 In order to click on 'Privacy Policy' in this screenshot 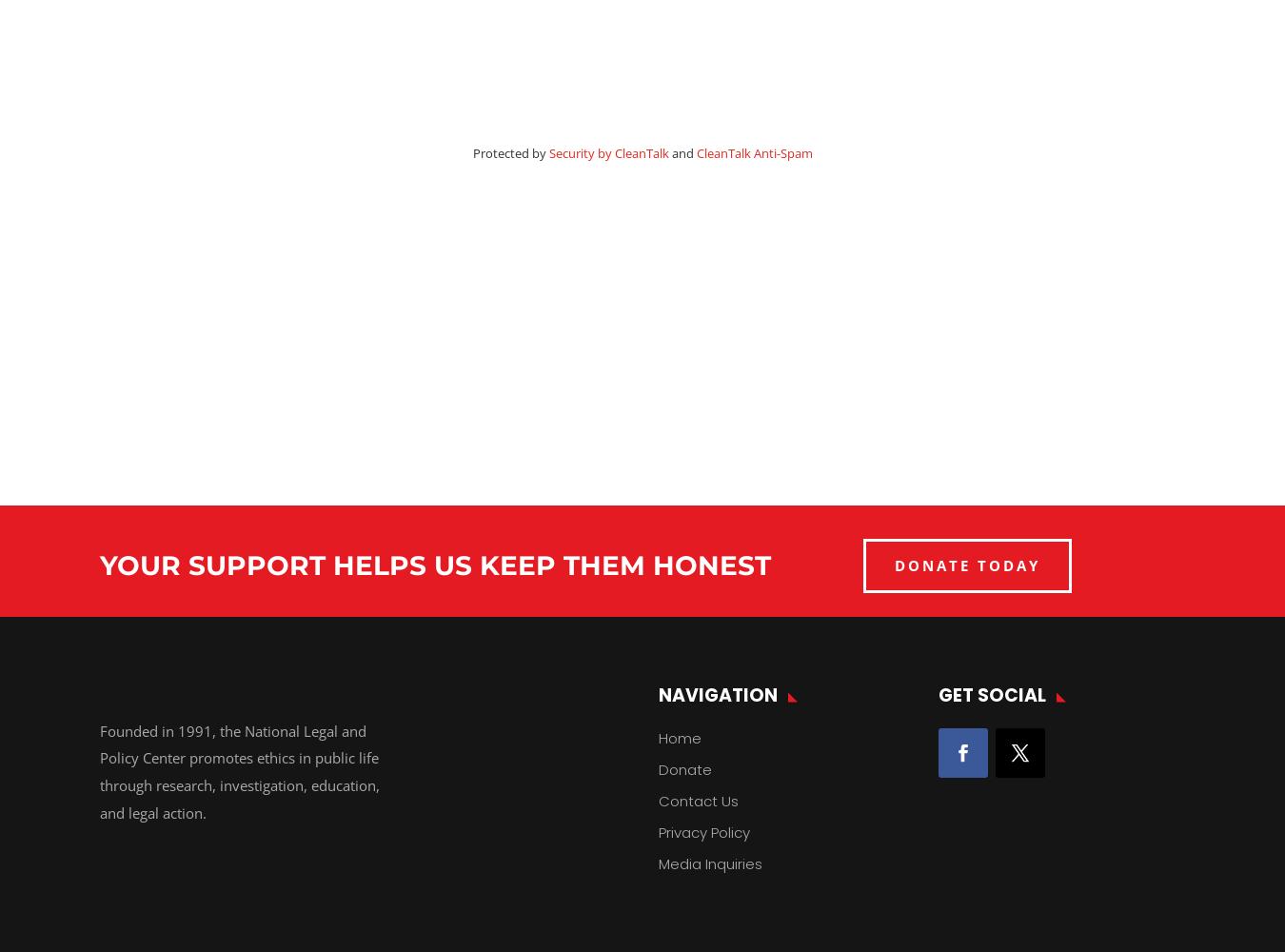, I will do `click(658, 831)`.